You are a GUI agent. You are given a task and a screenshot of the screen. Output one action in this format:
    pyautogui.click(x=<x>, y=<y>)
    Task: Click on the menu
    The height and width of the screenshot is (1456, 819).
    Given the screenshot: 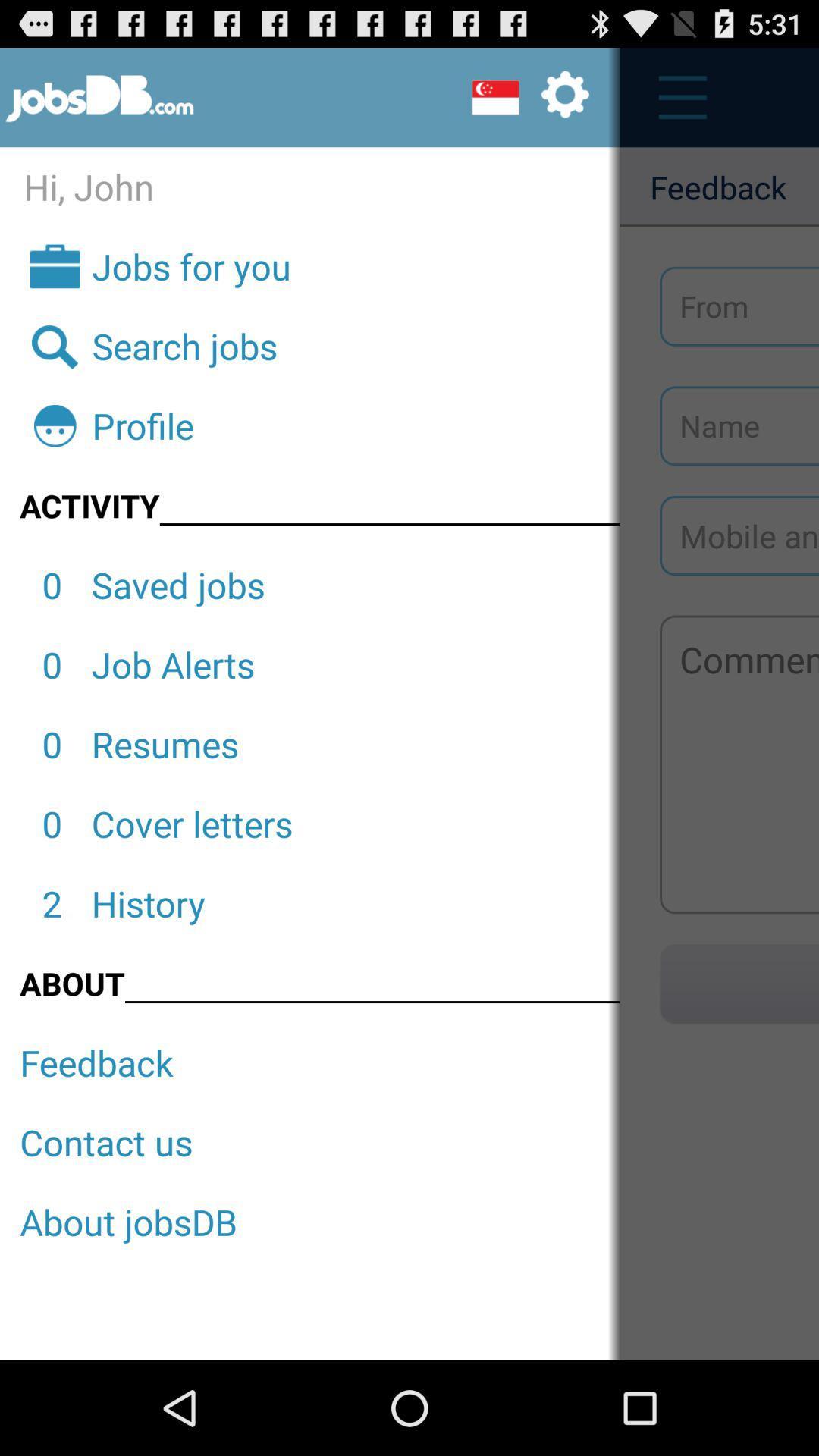 What is the action you would take?
    pyautogui.click(x=673, y=97)
    